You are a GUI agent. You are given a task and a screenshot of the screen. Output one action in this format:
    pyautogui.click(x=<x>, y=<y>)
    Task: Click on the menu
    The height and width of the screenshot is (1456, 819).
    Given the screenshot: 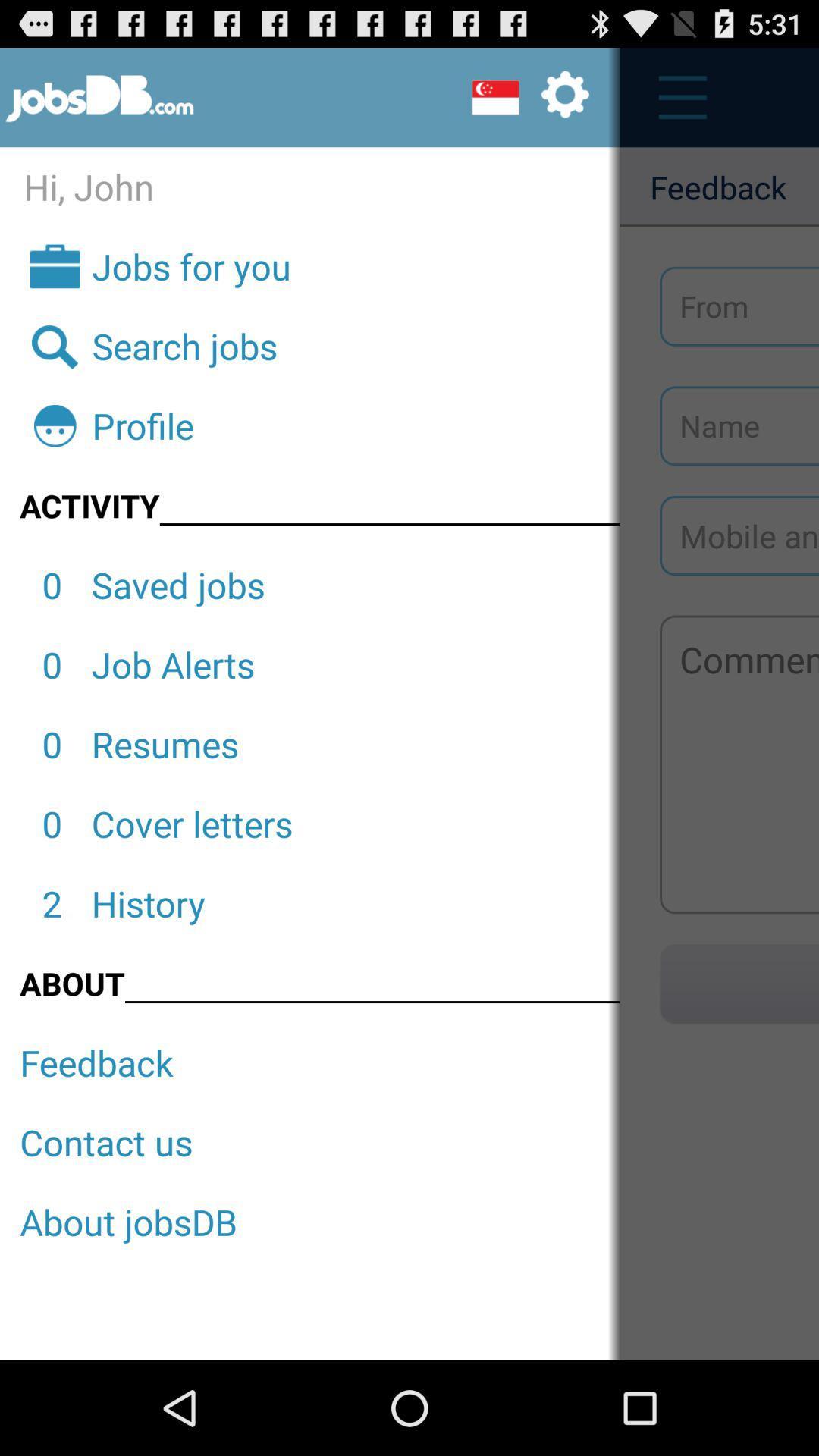 What is the action you would take?
    pyautogui.click(x=673, y=97)
    